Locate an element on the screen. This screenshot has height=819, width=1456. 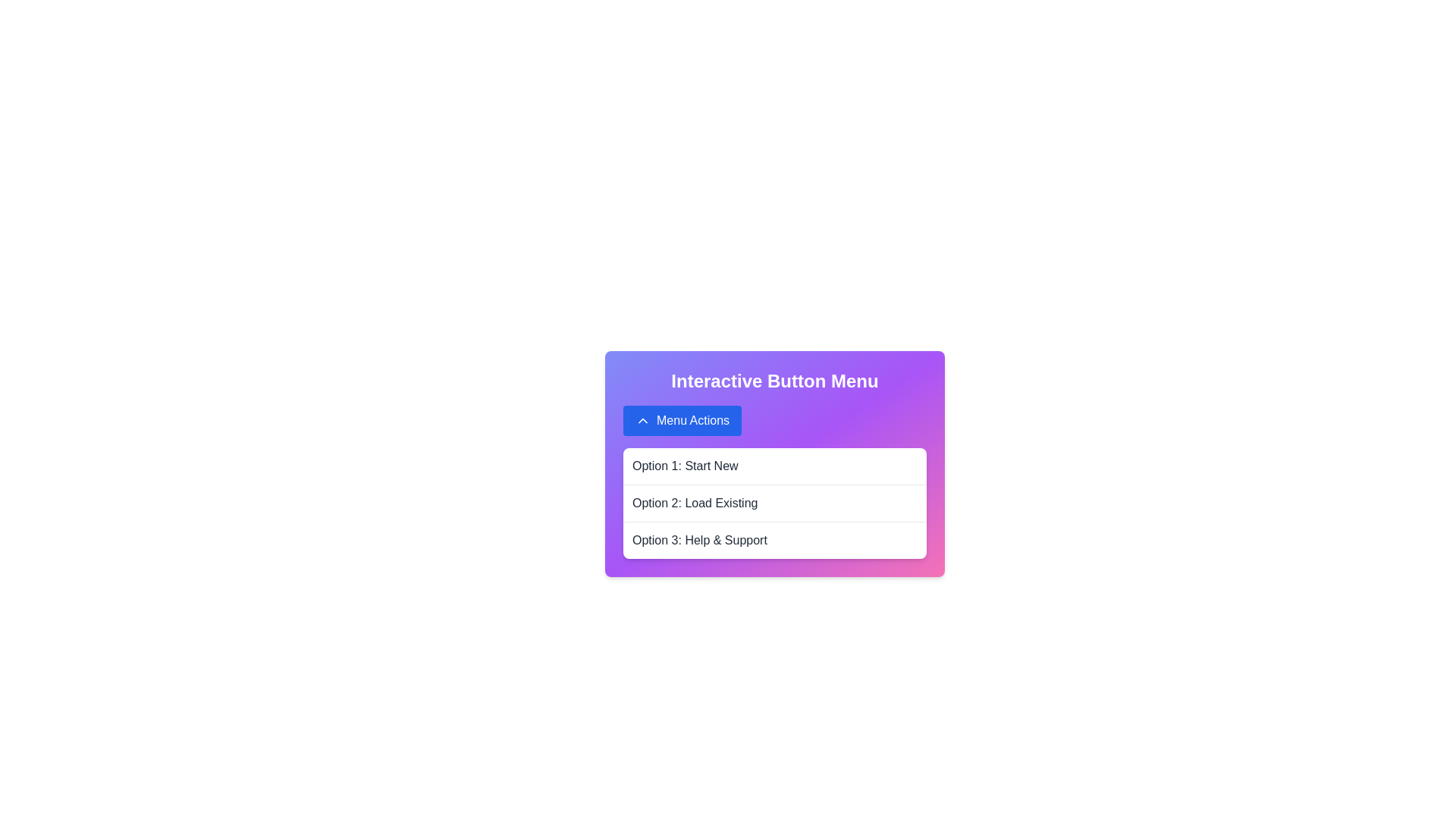
the options in the 'Interactive Button Menu' is located at coordinates (775, 463).